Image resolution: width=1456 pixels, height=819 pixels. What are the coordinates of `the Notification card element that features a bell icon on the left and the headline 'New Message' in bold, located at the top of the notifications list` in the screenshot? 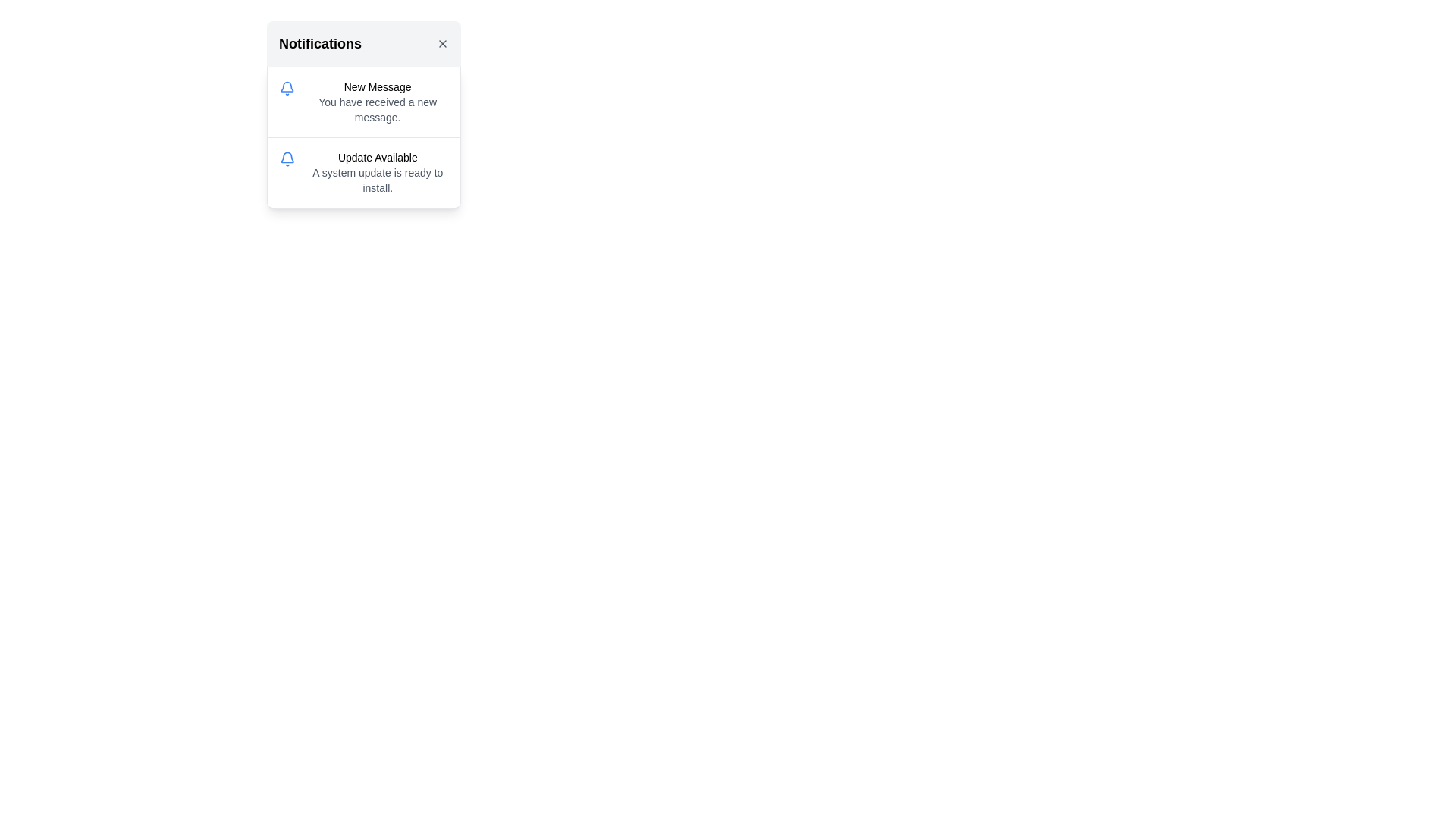 It's located at (364, 102).